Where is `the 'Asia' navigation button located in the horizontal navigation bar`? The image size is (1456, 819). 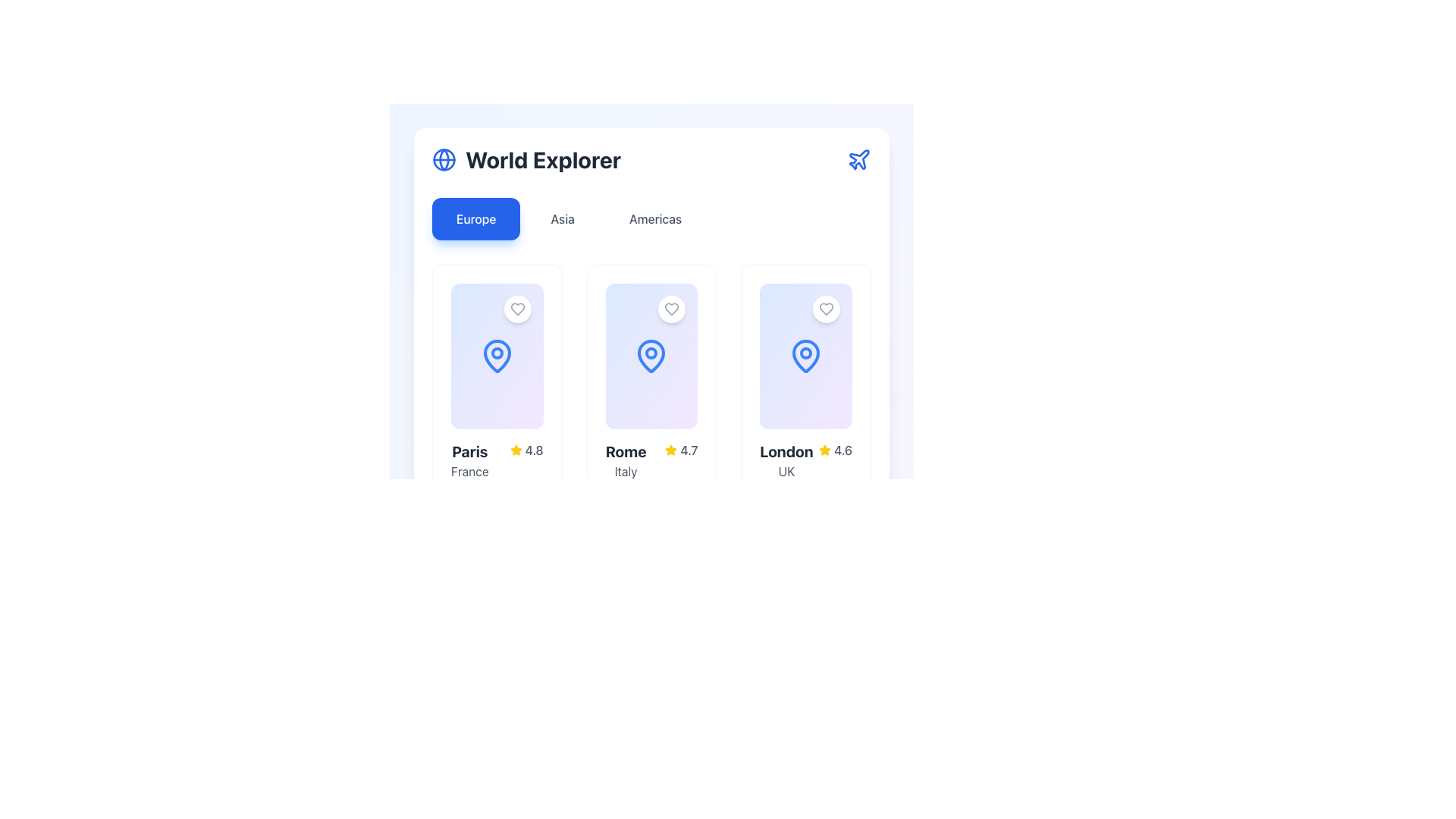
the 'Asia' navigation button located in the horizontal navigation bar is located at coordinates (562, 219).